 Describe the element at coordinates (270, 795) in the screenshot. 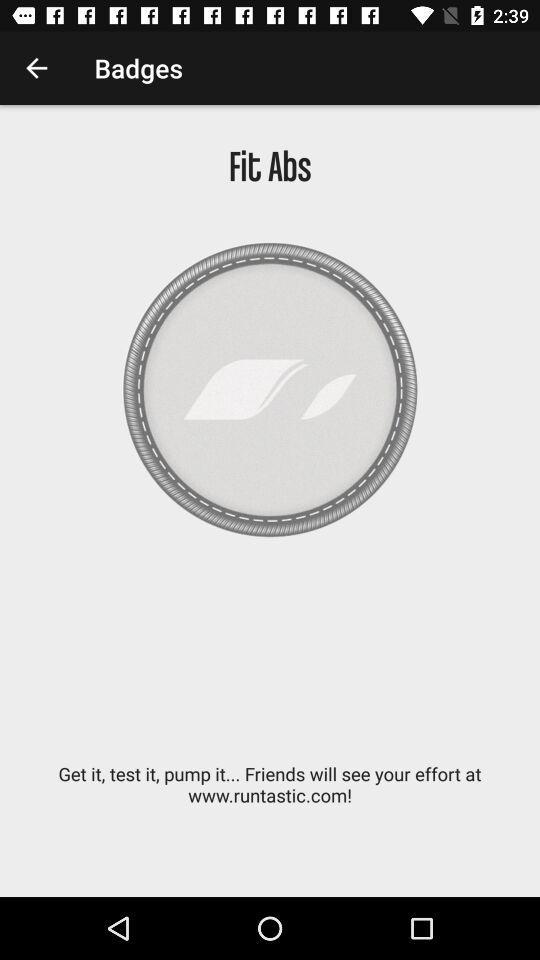

I see `get it test item` at that location.